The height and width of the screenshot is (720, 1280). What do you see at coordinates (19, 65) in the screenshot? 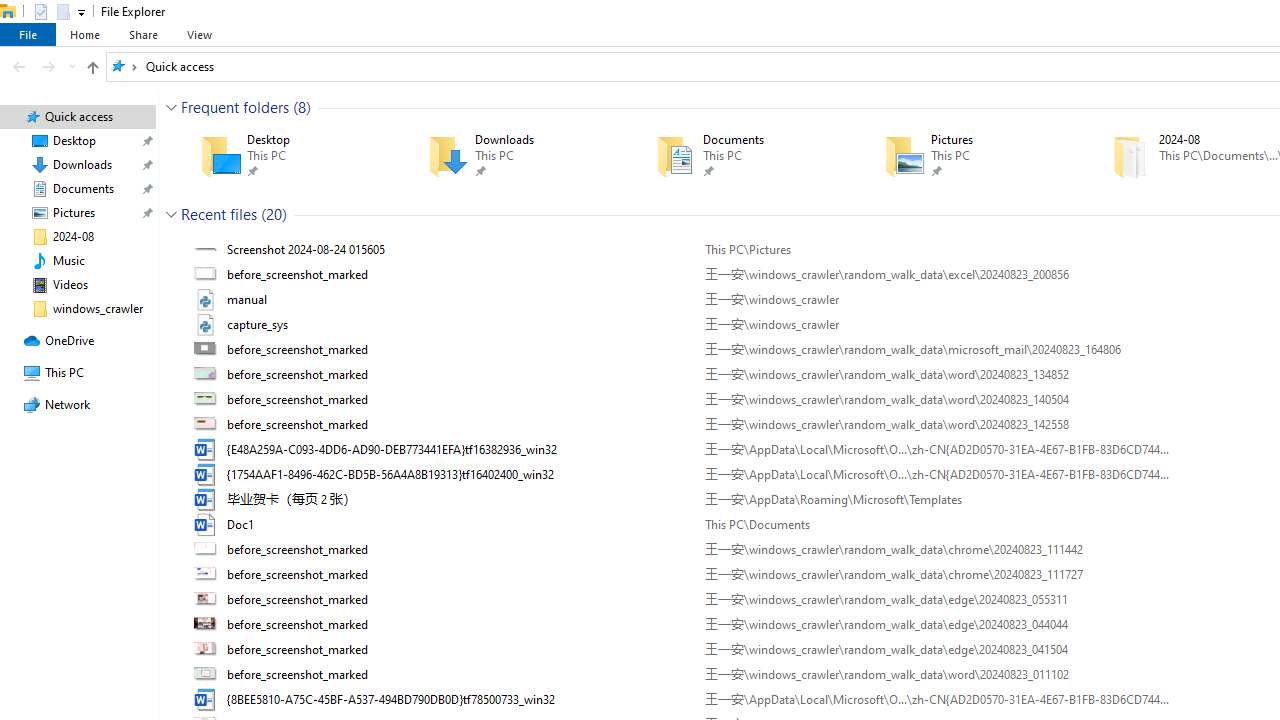
I see `'Back (Alt + Left Arrow)'` at bounding box center [19, 65].